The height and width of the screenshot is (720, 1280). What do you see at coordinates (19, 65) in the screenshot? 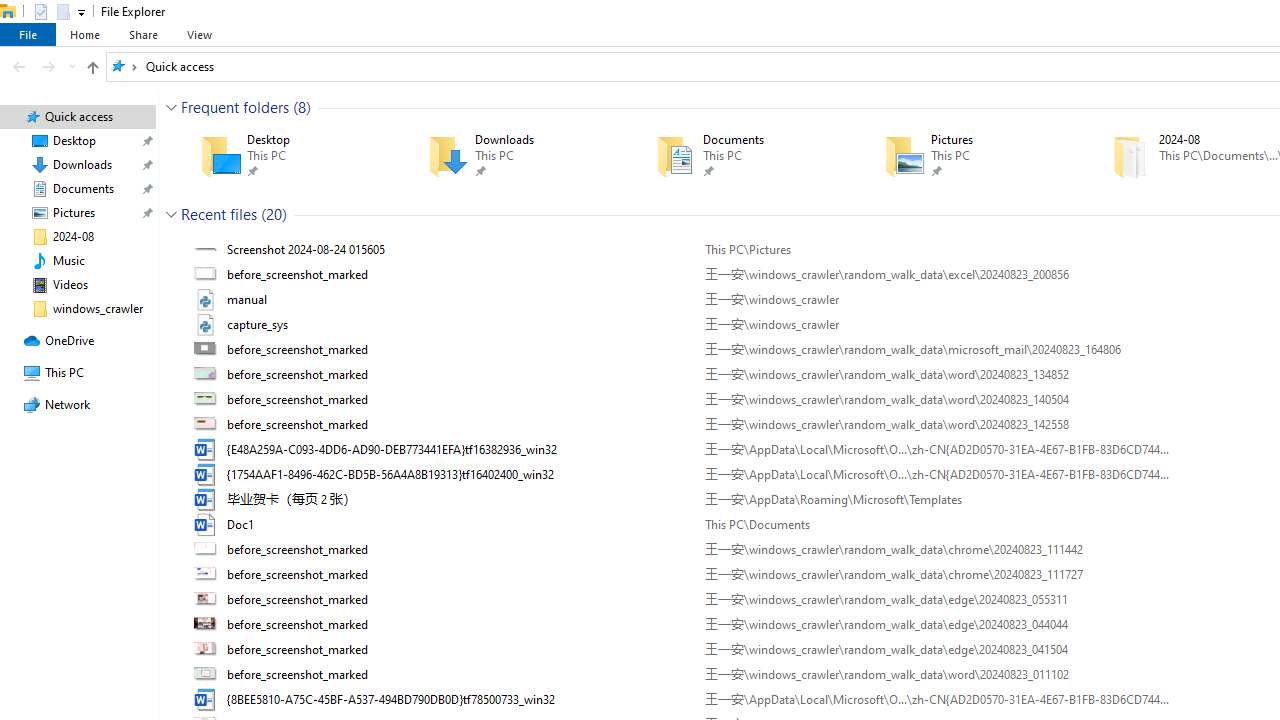
I see `'Back (Alt + Left Arrow)'` at bounding box center [19, 65].